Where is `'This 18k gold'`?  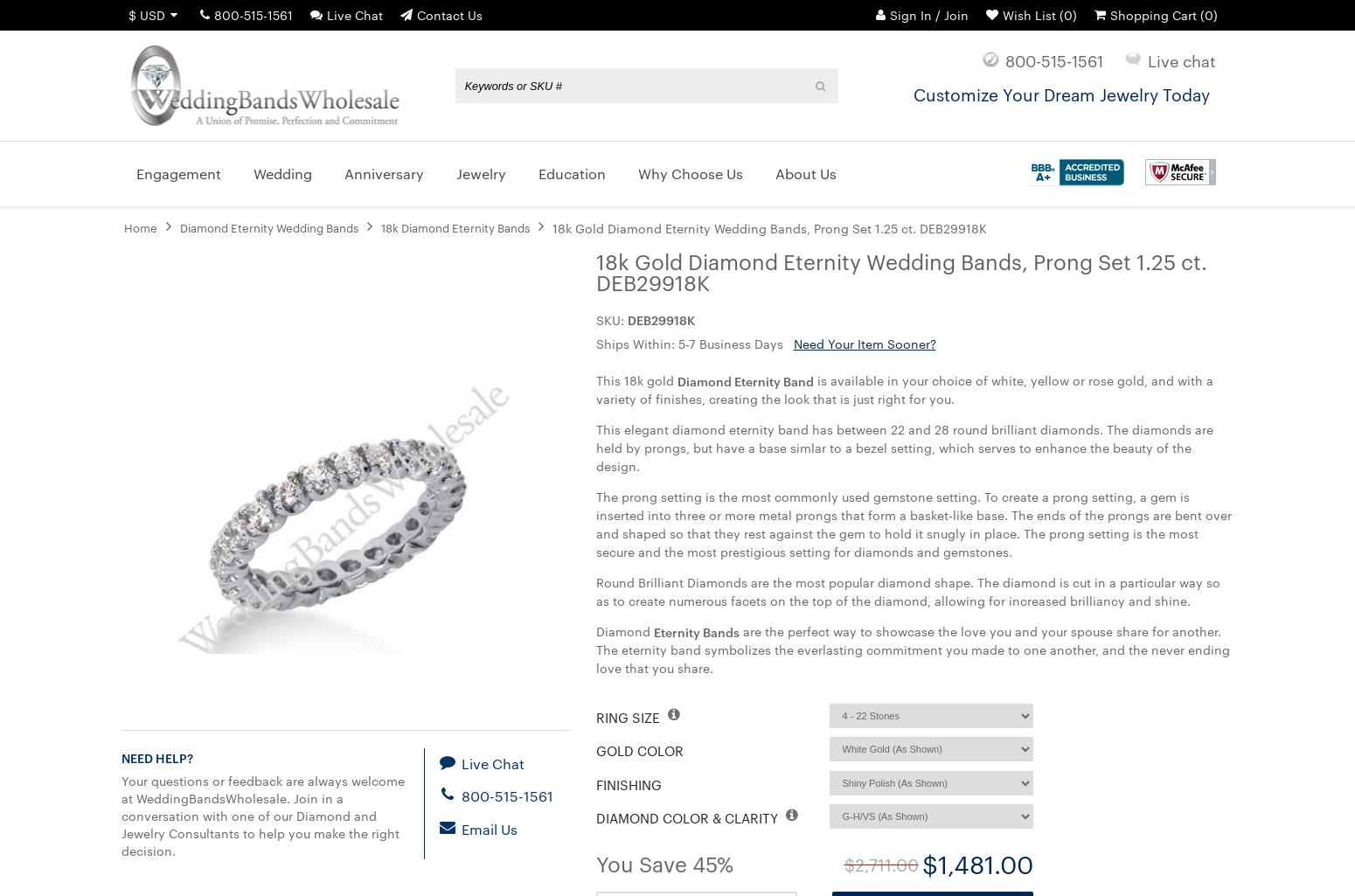
'This 18k gold' is located at coordinates (636, 378).